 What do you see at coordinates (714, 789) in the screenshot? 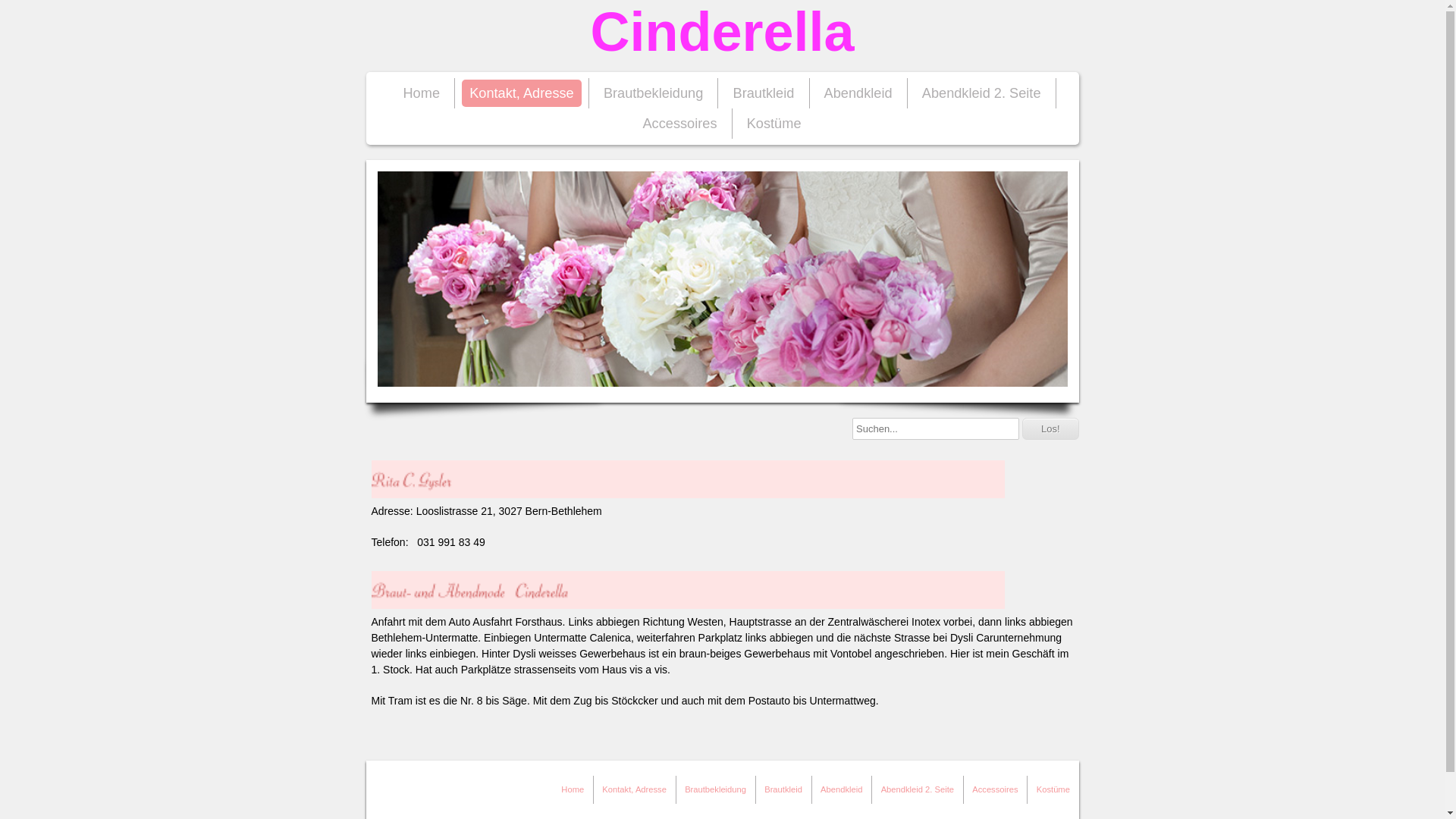
I see `'Brautbekleidung'` at bounding box center [714, 789].